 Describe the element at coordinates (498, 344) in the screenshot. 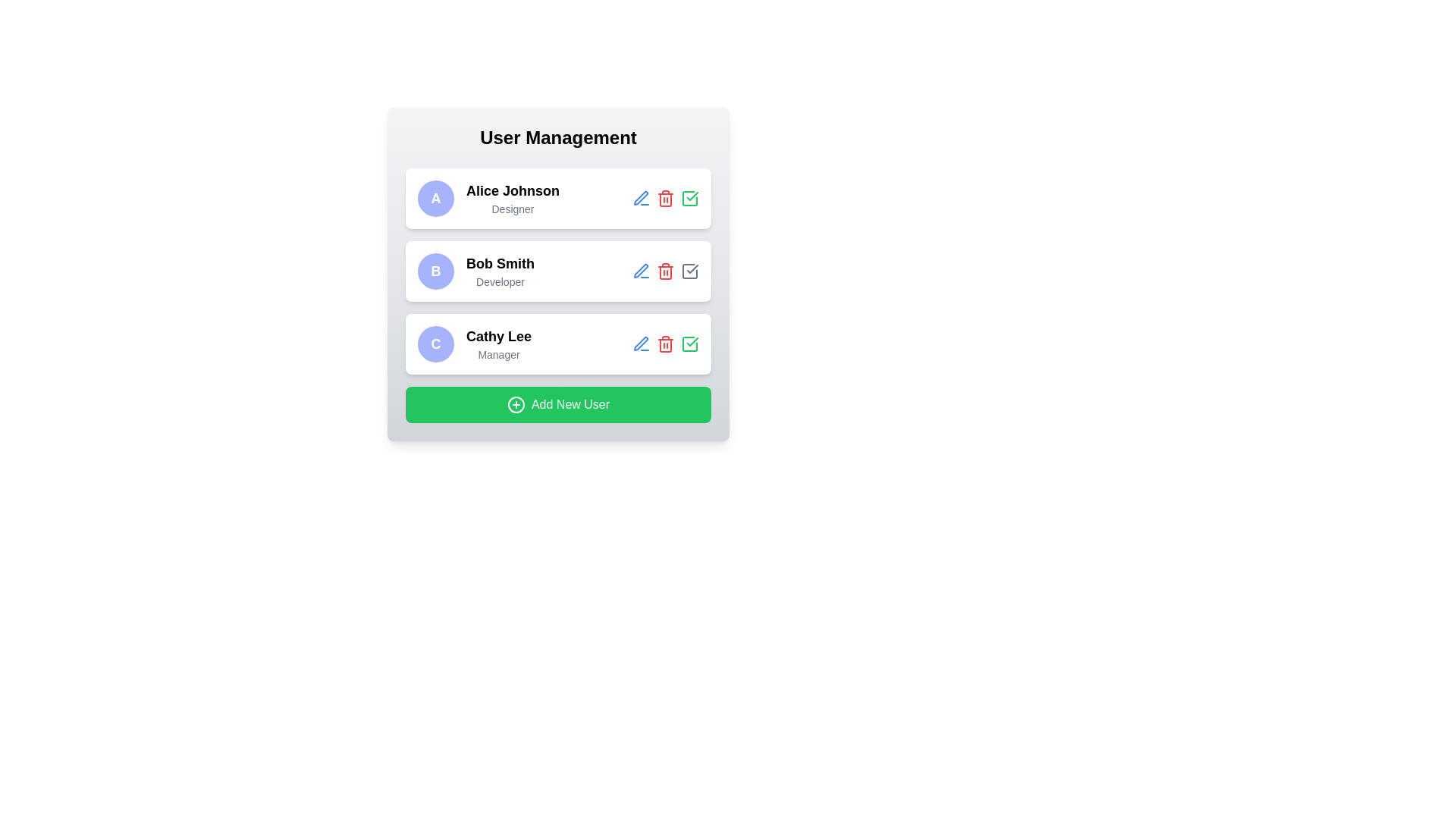

I see `the text display element showing the name 'Cathy Lee' and the title 'Manager', located in the third row under 'User Management'` at that location.